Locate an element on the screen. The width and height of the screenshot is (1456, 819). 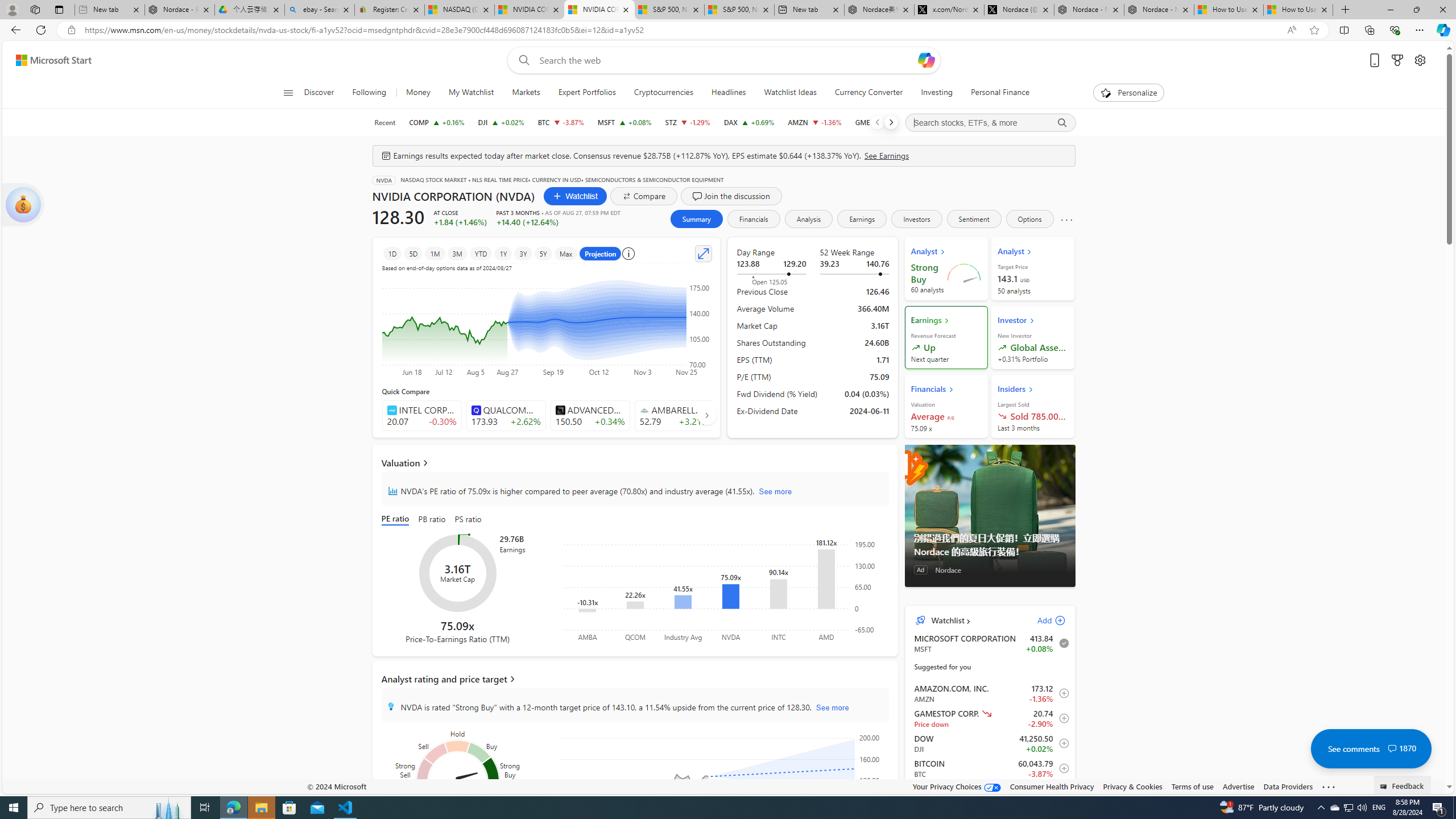
'ETH Ethereum decrease 2,529.56 -87.30 -3.45% item4' is located at coordinates (990, 793).